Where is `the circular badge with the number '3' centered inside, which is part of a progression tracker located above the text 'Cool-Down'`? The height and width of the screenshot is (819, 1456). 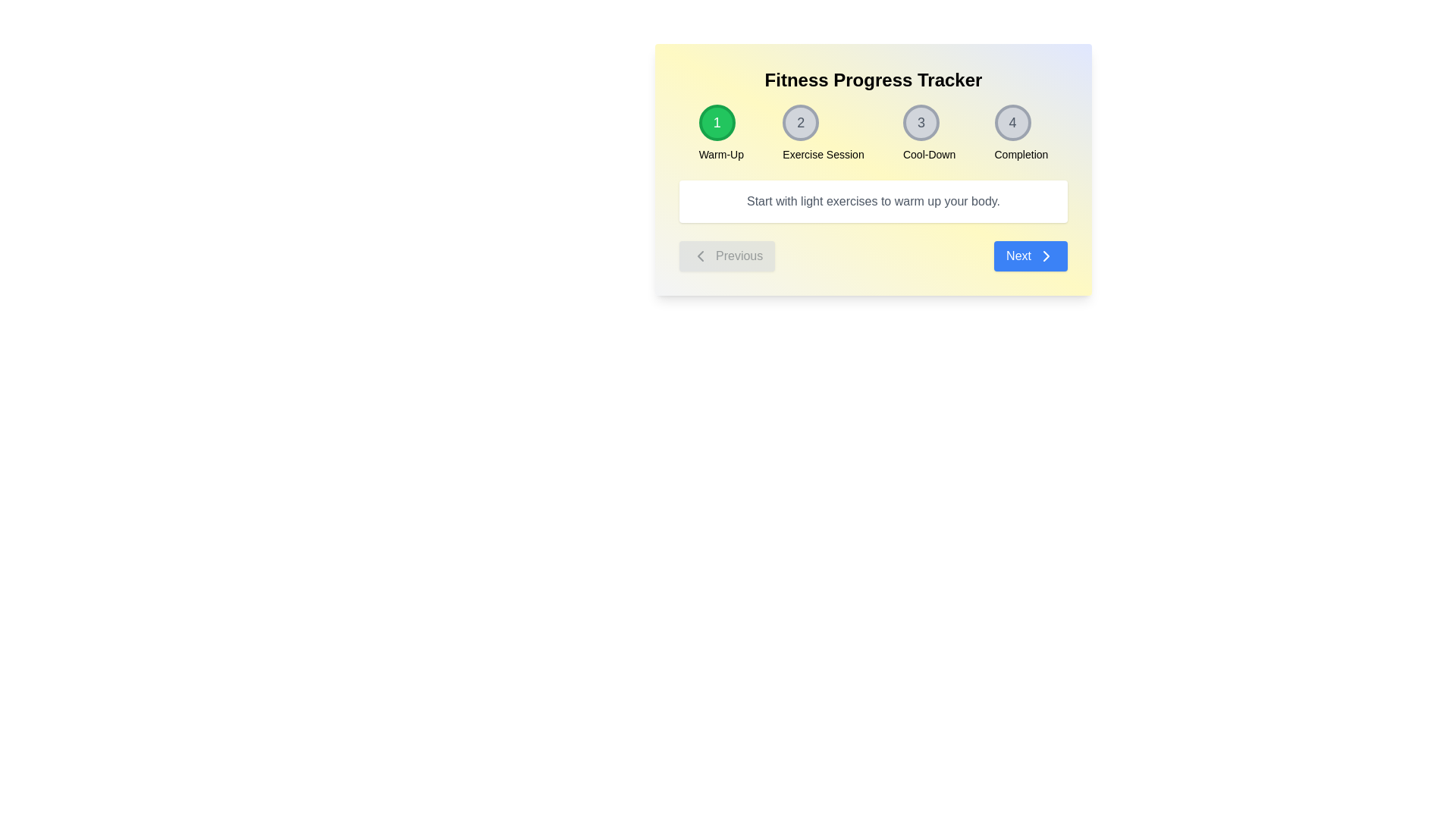
the circular badge with the number '3' centered inside, which is part of a progression tracker located above the text 'Cool-Down' is located at coordinates (920, 122).